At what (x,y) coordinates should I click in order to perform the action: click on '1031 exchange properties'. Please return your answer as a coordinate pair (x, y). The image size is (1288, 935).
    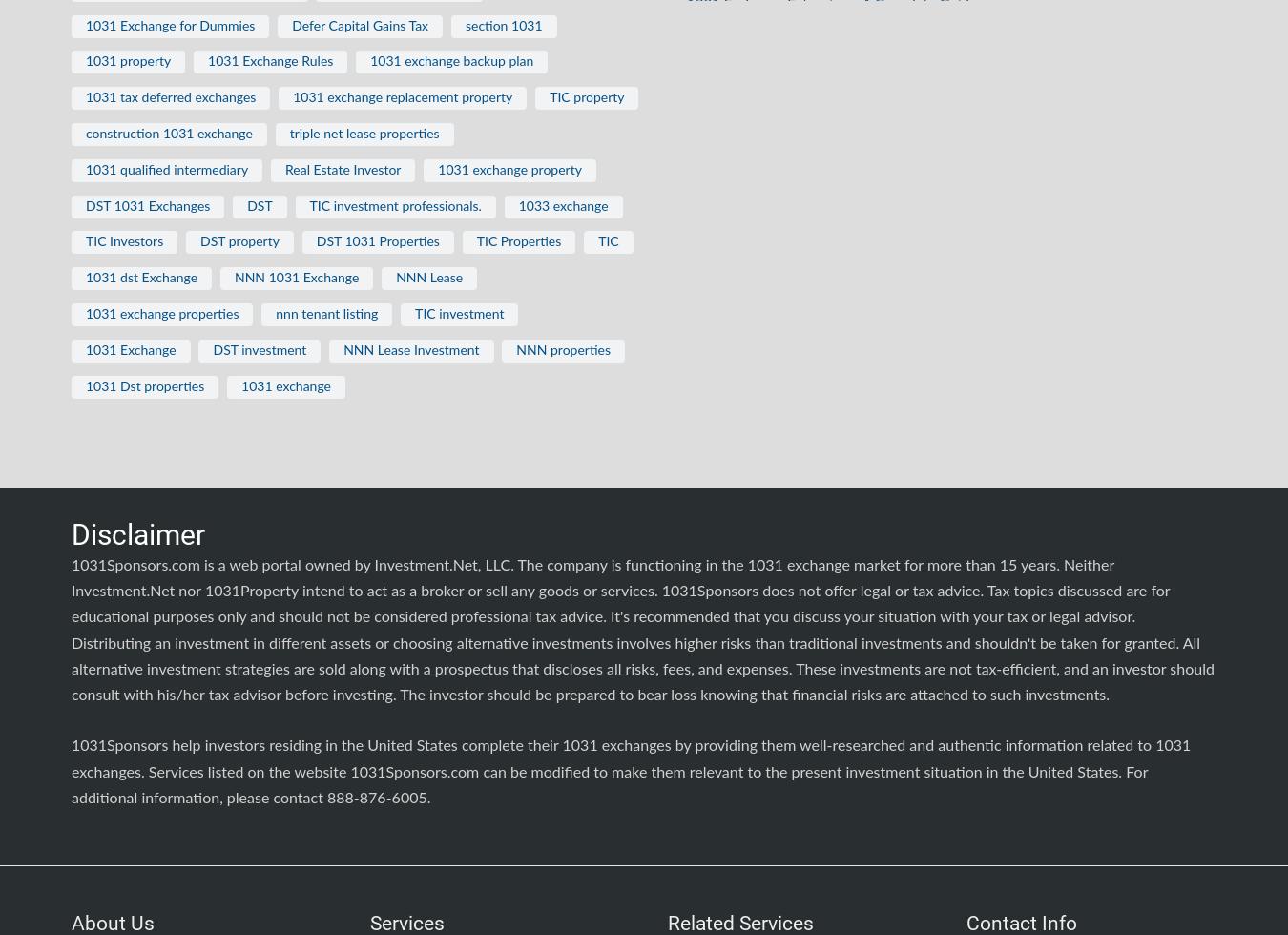
    Looking at the image, I should click on (161, 314).